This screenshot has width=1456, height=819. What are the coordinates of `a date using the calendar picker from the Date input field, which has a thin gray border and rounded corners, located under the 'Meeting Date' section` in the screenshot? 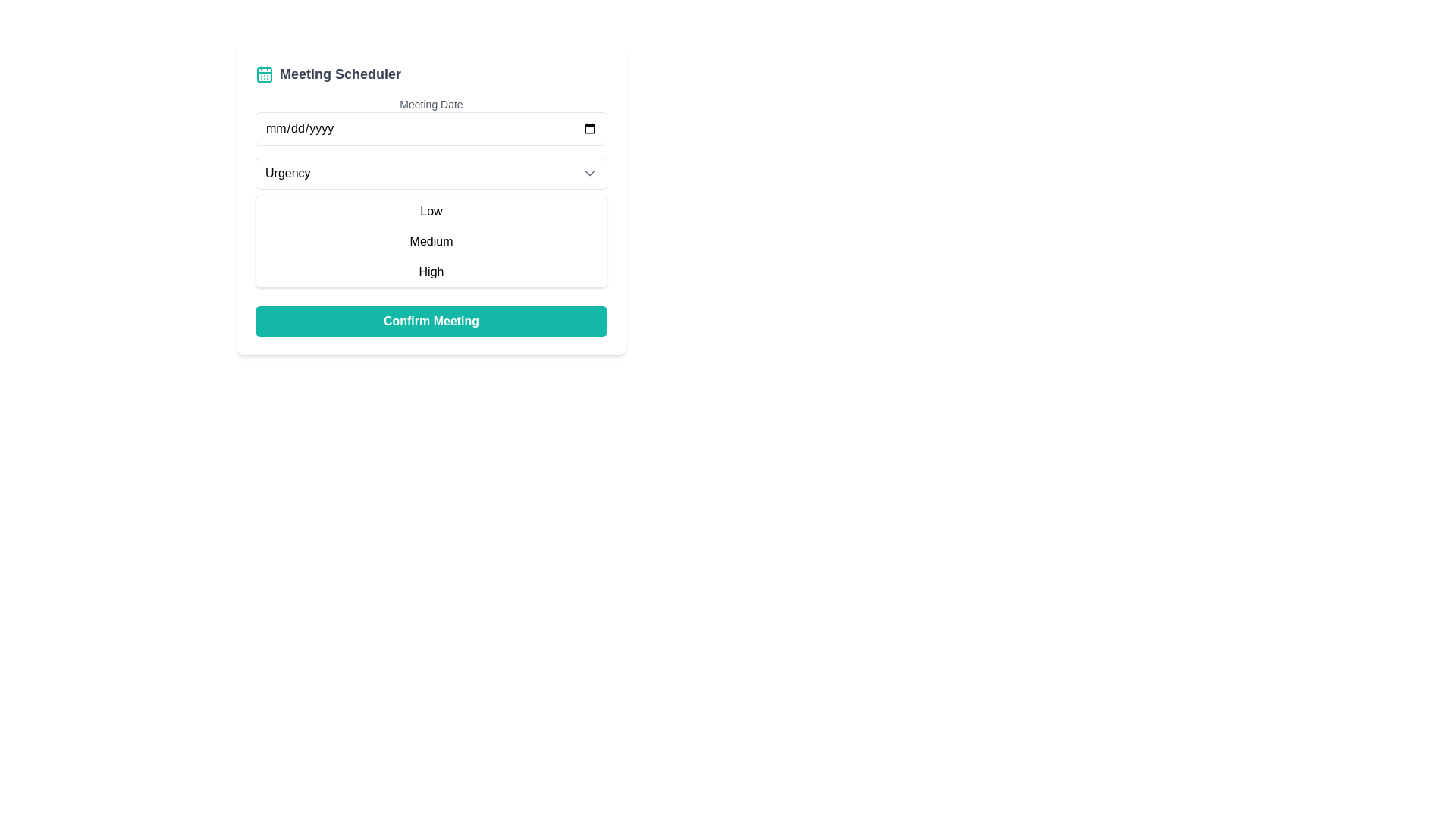 It's located at (431, 127).